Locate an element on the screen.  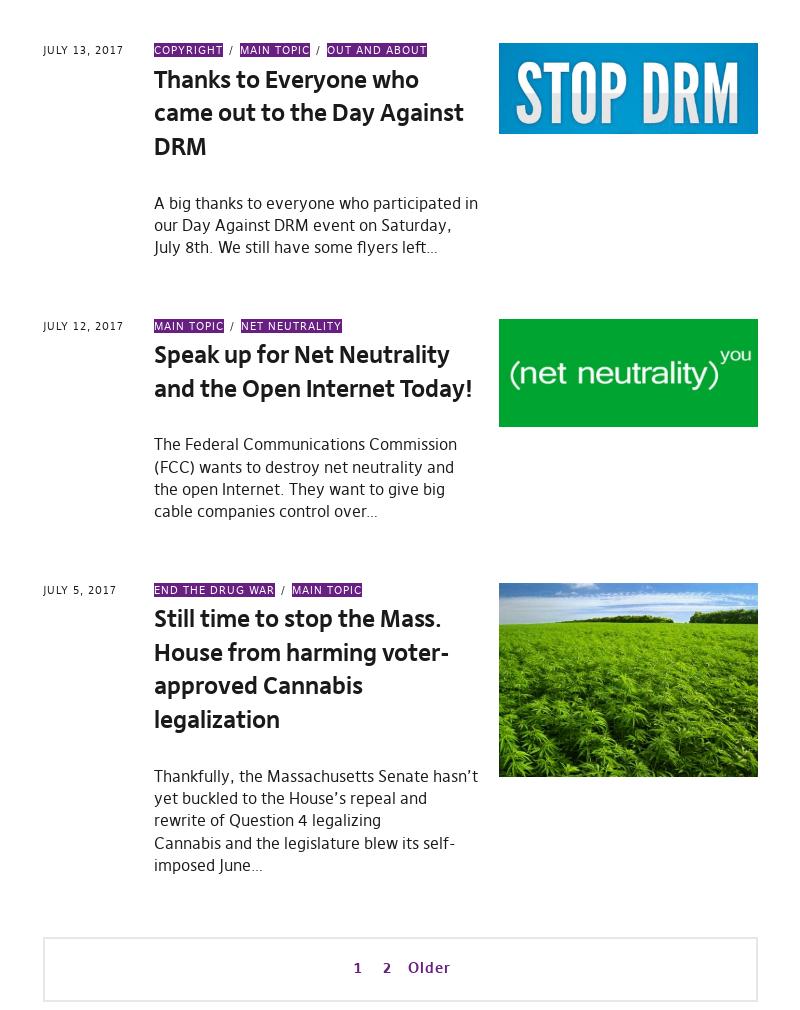
'Older' is located at coordinates (407, 966).